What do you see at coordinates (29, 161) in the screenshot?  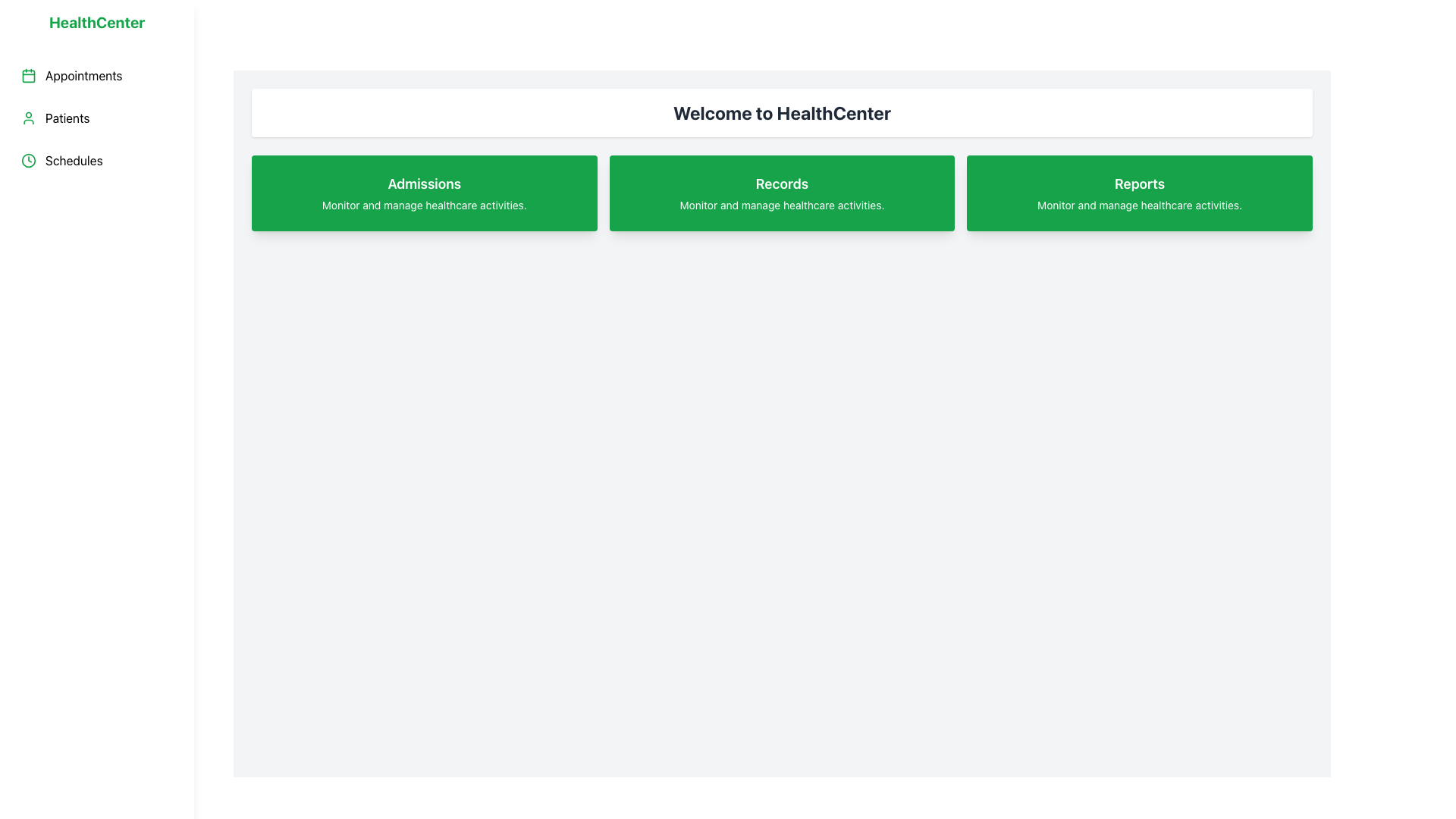 I see `the SVG Circle that represents the circular base of the clock graphic for the 'Schedules' menu item by moving the cursor to its center` at bounding box center [29, 161].